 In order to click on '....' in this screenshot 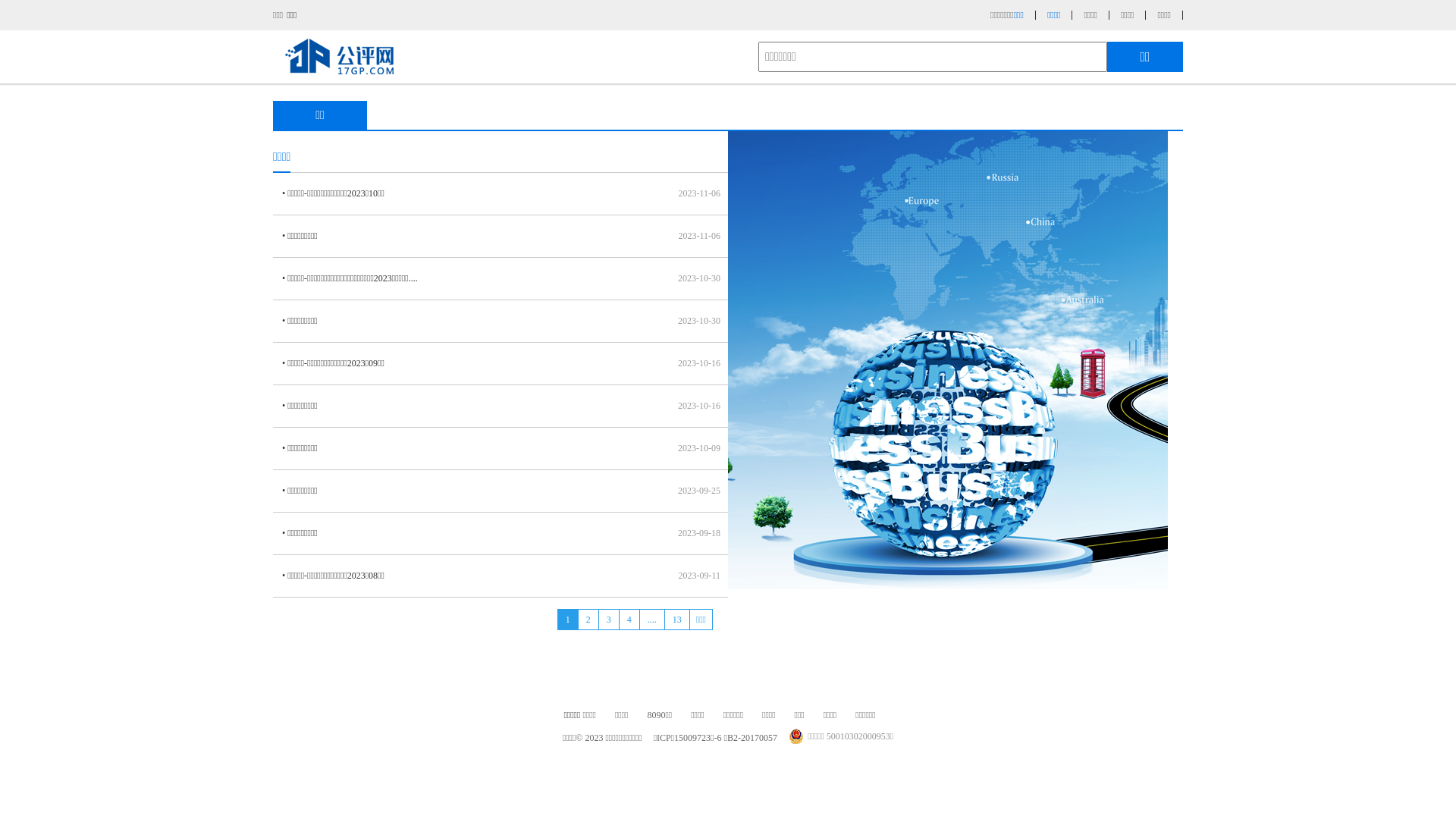, I will do `click(651, 620)`.